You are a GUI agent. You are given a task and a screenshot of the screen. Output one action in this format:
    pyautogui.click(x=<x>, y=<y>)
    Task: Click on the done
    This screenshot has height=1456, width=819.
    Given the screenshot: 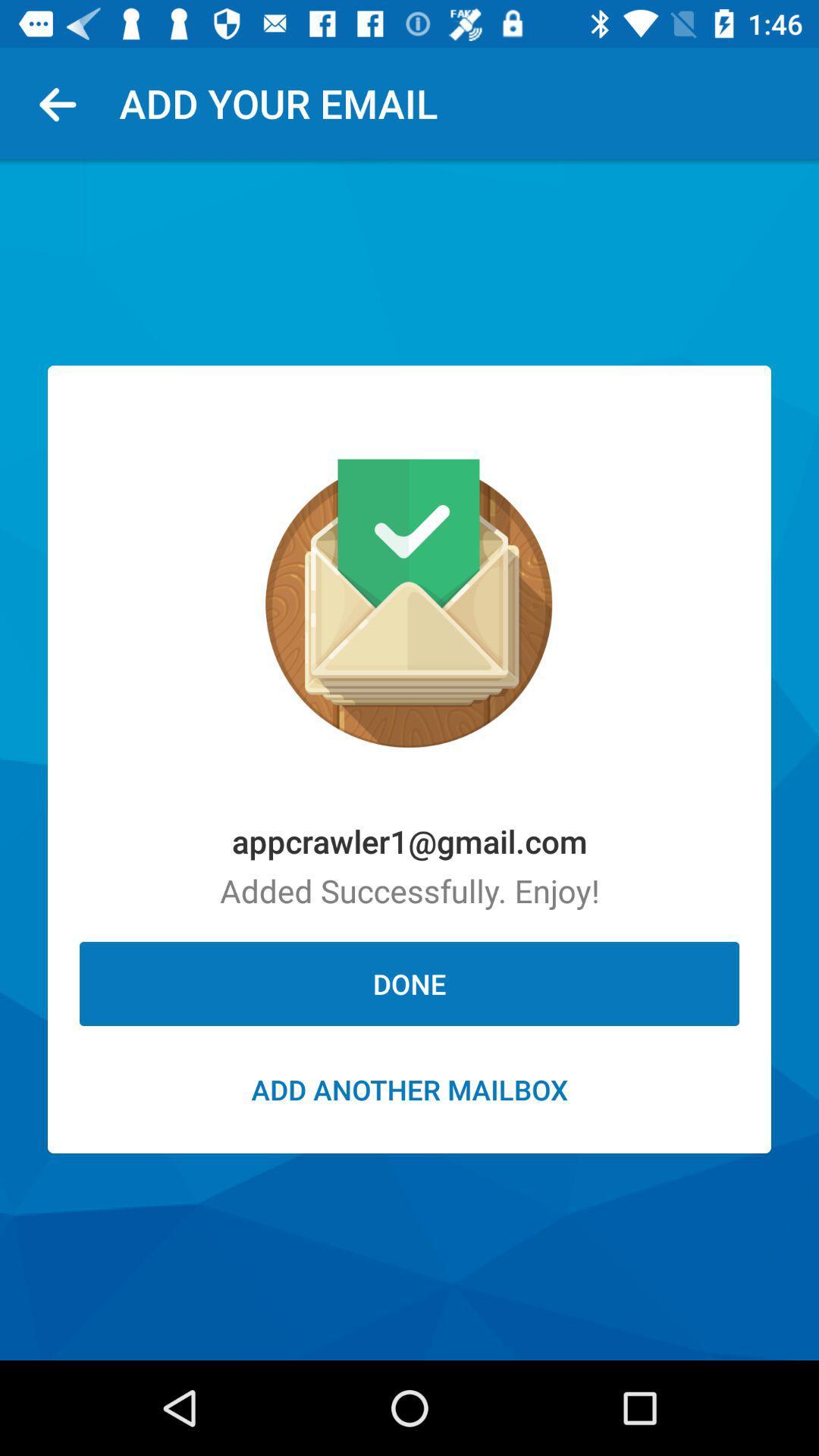 What is the action you would take?
    pyautogui.click(x=409, y=984)
    